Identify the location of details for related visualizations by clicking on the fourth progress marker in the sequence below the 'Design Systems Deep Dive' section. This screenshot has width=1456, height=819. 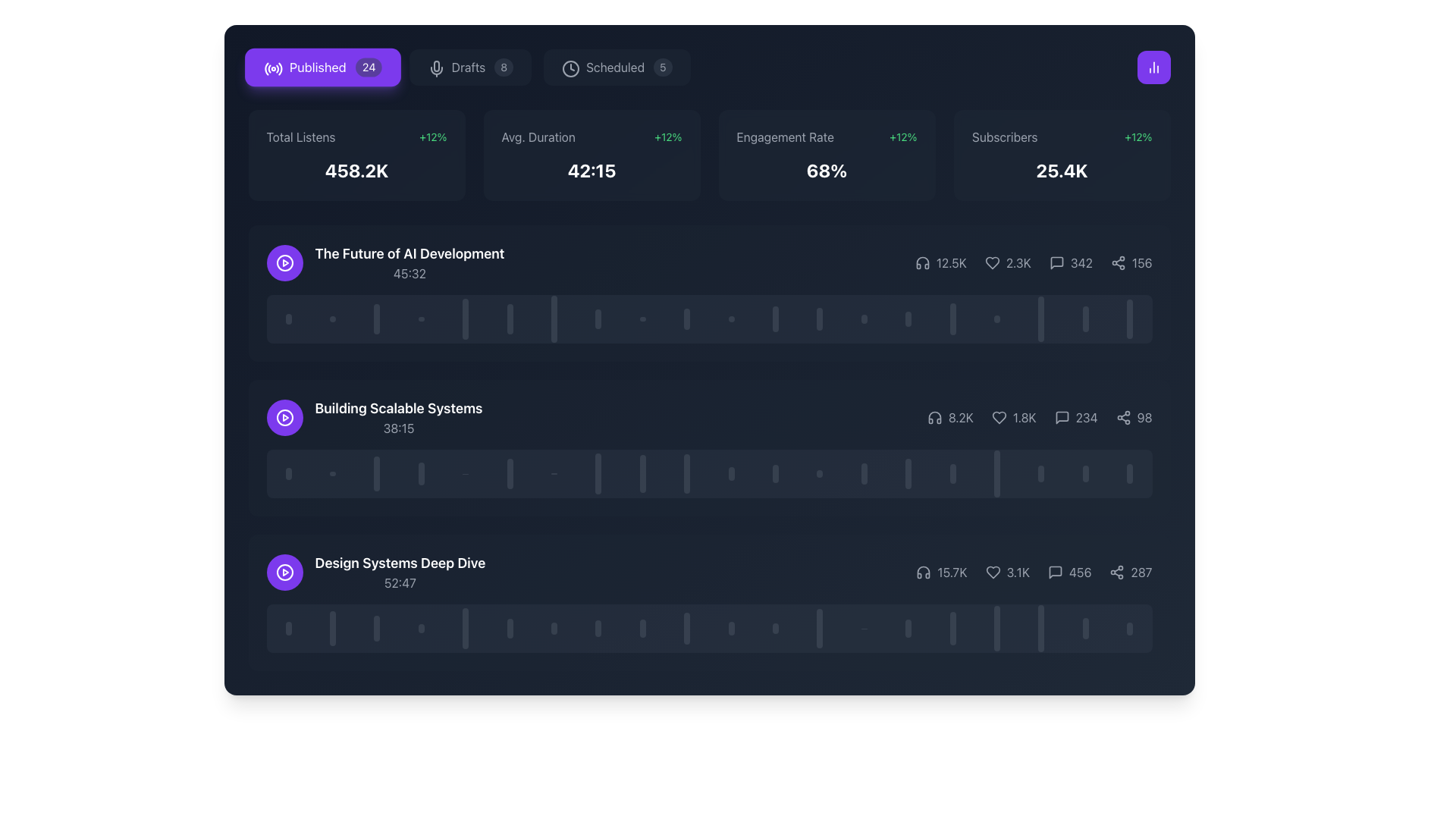
(421, 629).